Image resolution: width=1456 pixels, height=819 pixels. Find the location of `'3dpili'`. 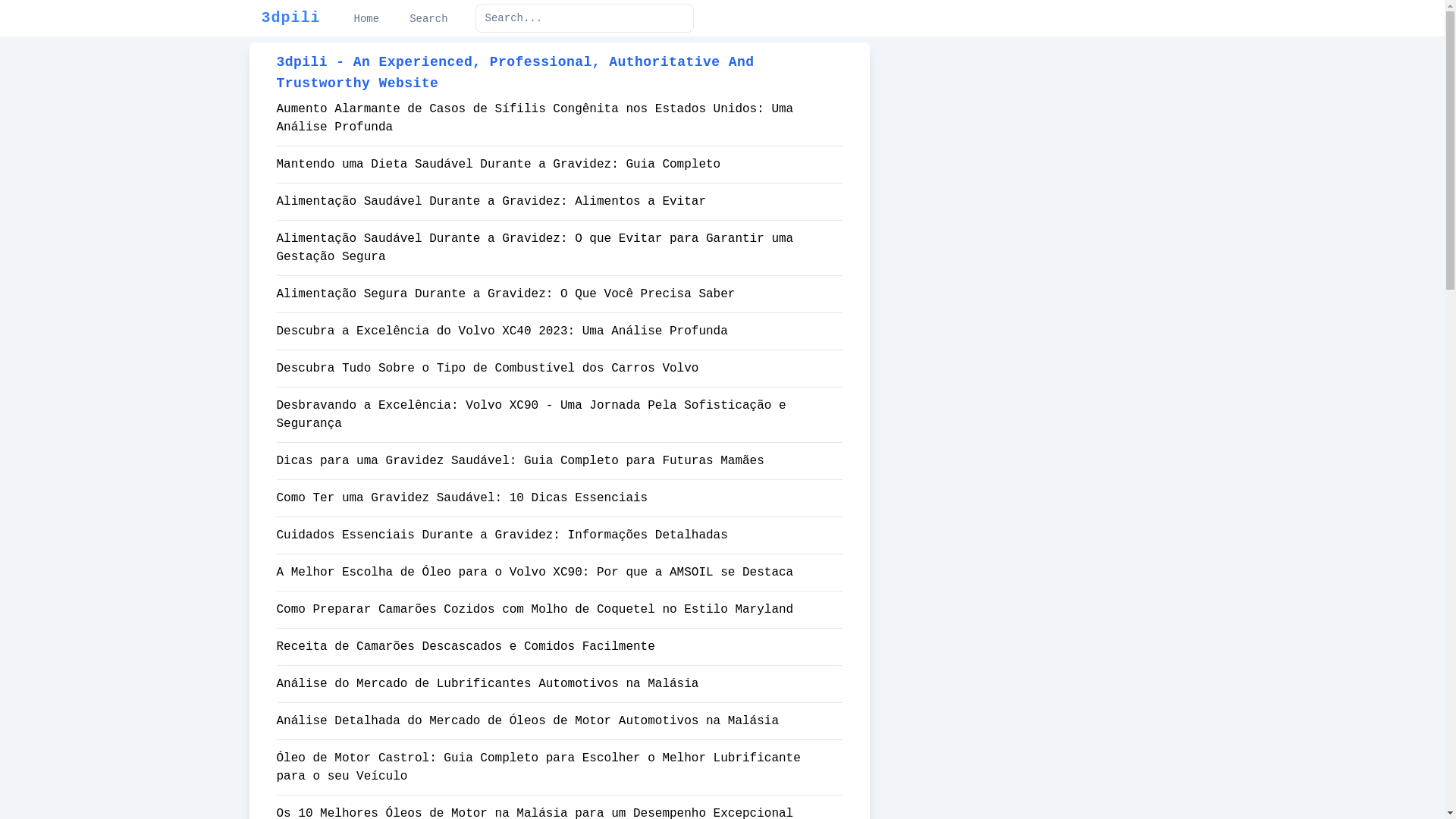

'3dpili' is located at coordinates (261, 17).